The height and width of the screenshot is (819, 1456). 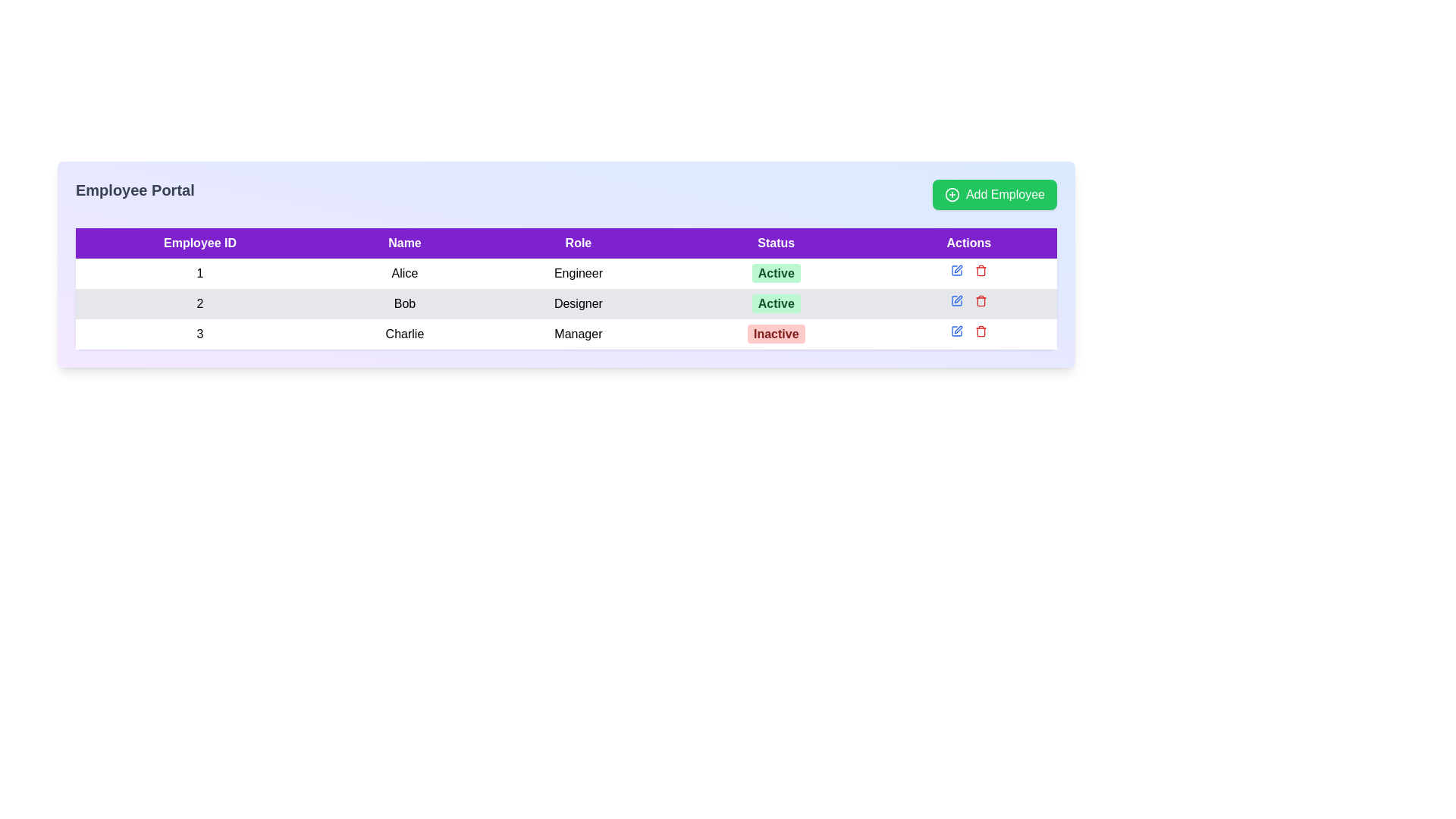 What do you see at coordinates (404, 304) in the screenshot?
I see `the text label displaying the name 'Bob', which is located in the second row under the 'Name' column of the employee table` at bounding box center [404, 304].